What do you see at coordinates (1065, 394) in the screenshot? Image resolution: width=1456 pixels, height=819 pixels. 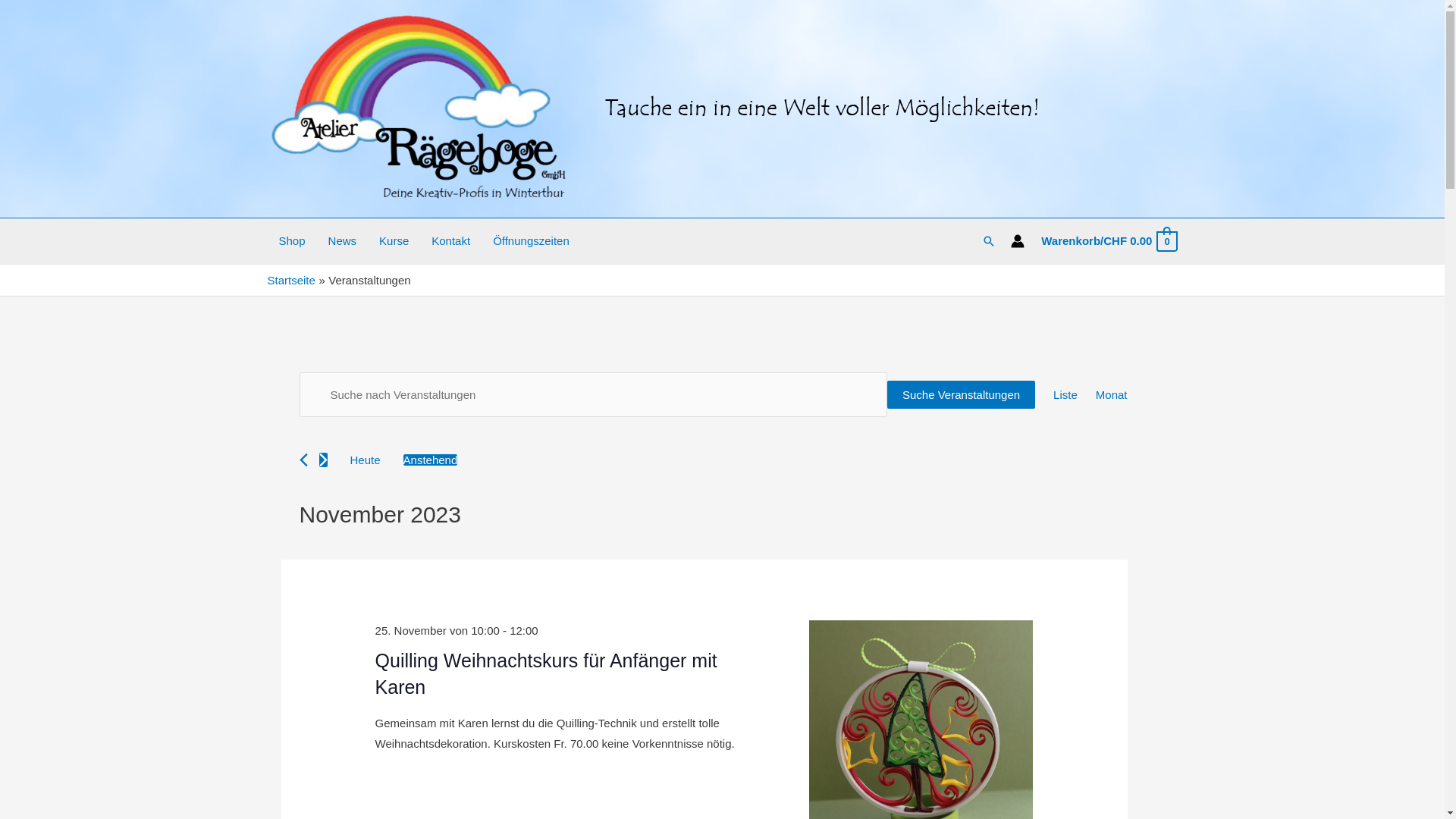 I see `'Liste'` at bounding box center [1065, 394].